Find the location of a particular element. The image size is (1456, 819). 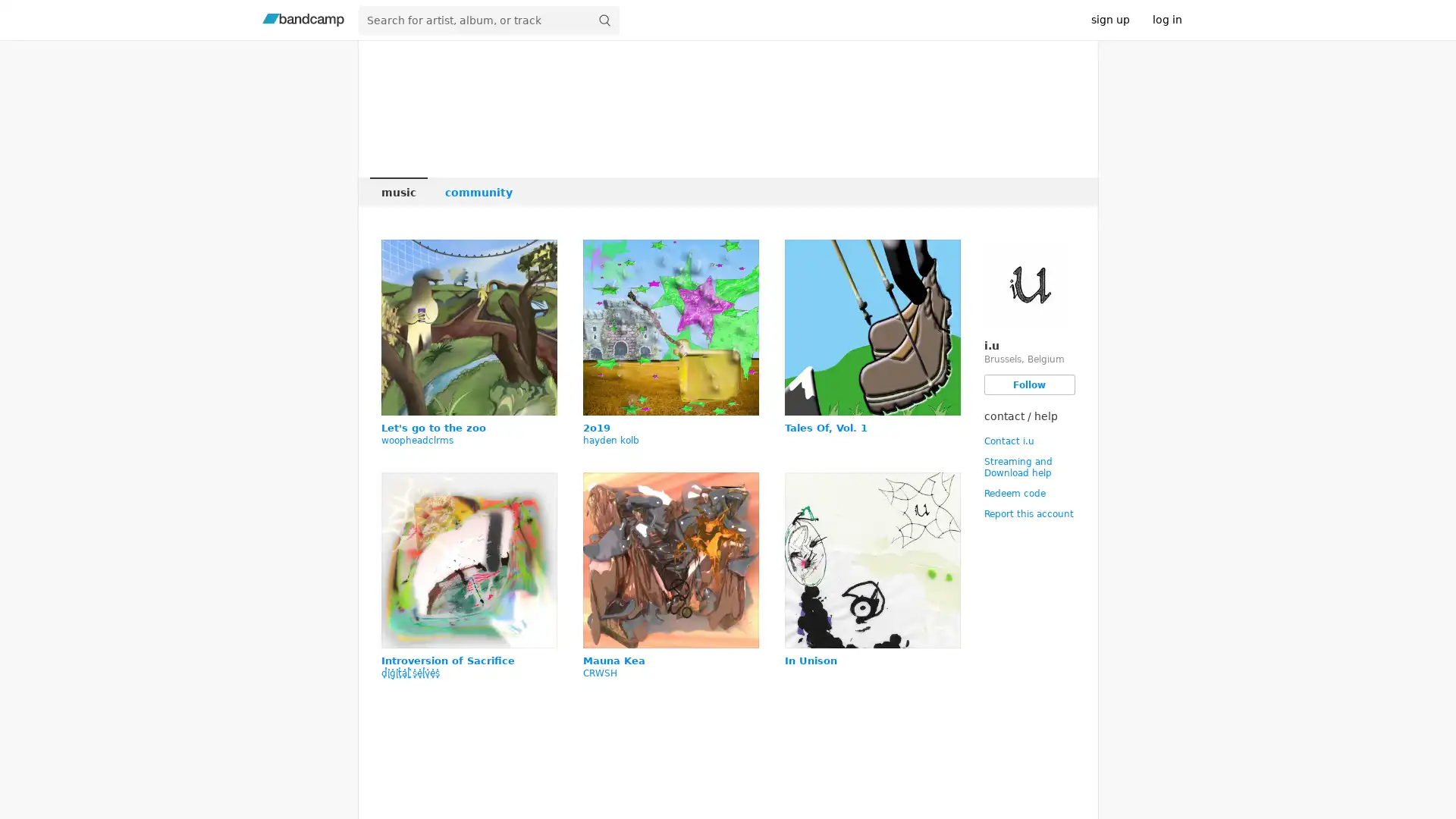

Follow is located at coordinates (1029, 384).